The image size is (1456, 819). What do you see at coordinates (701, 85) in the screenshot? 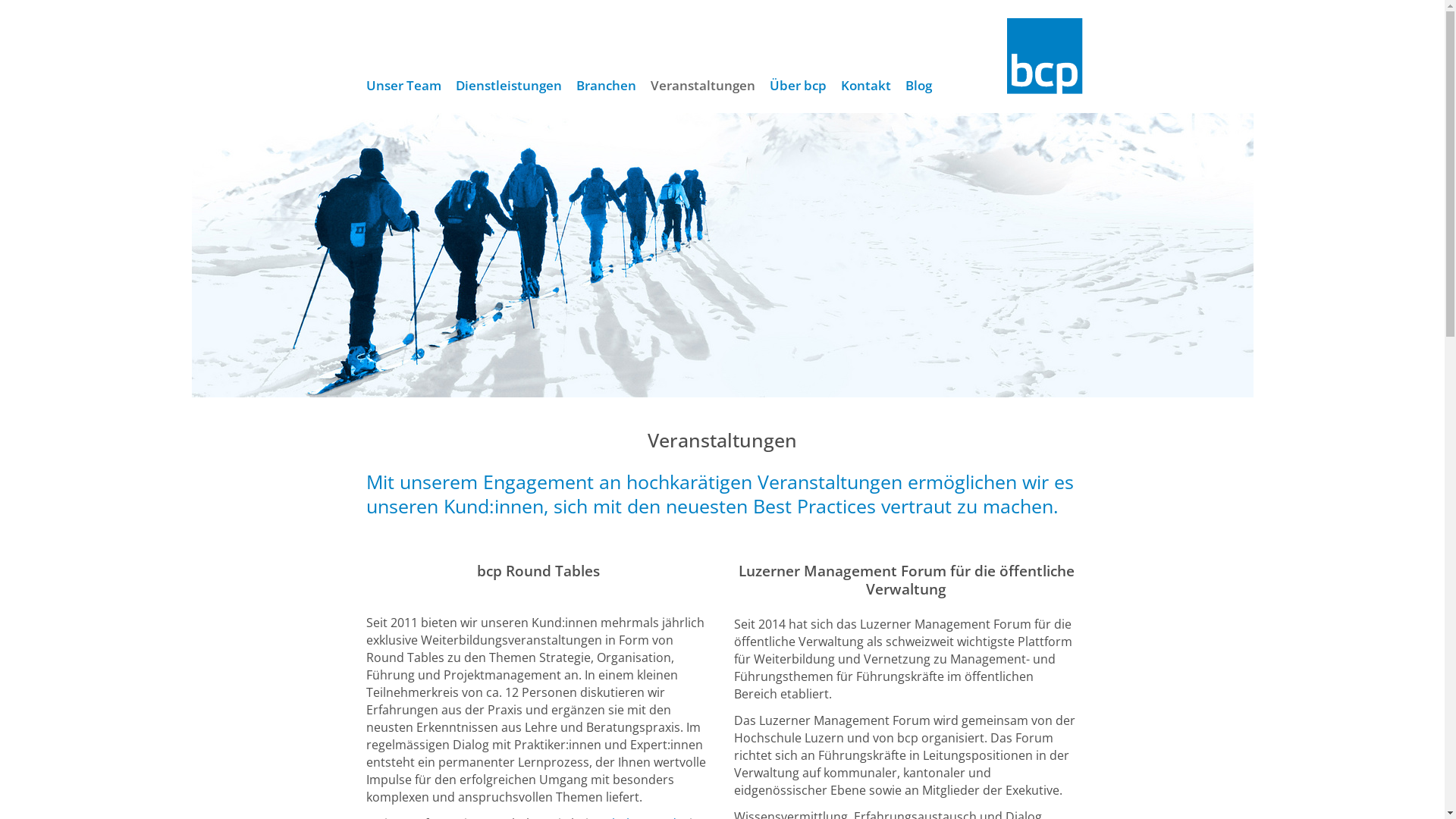
I see `'Veranstaltungen'` at bounding box center [701, 85].